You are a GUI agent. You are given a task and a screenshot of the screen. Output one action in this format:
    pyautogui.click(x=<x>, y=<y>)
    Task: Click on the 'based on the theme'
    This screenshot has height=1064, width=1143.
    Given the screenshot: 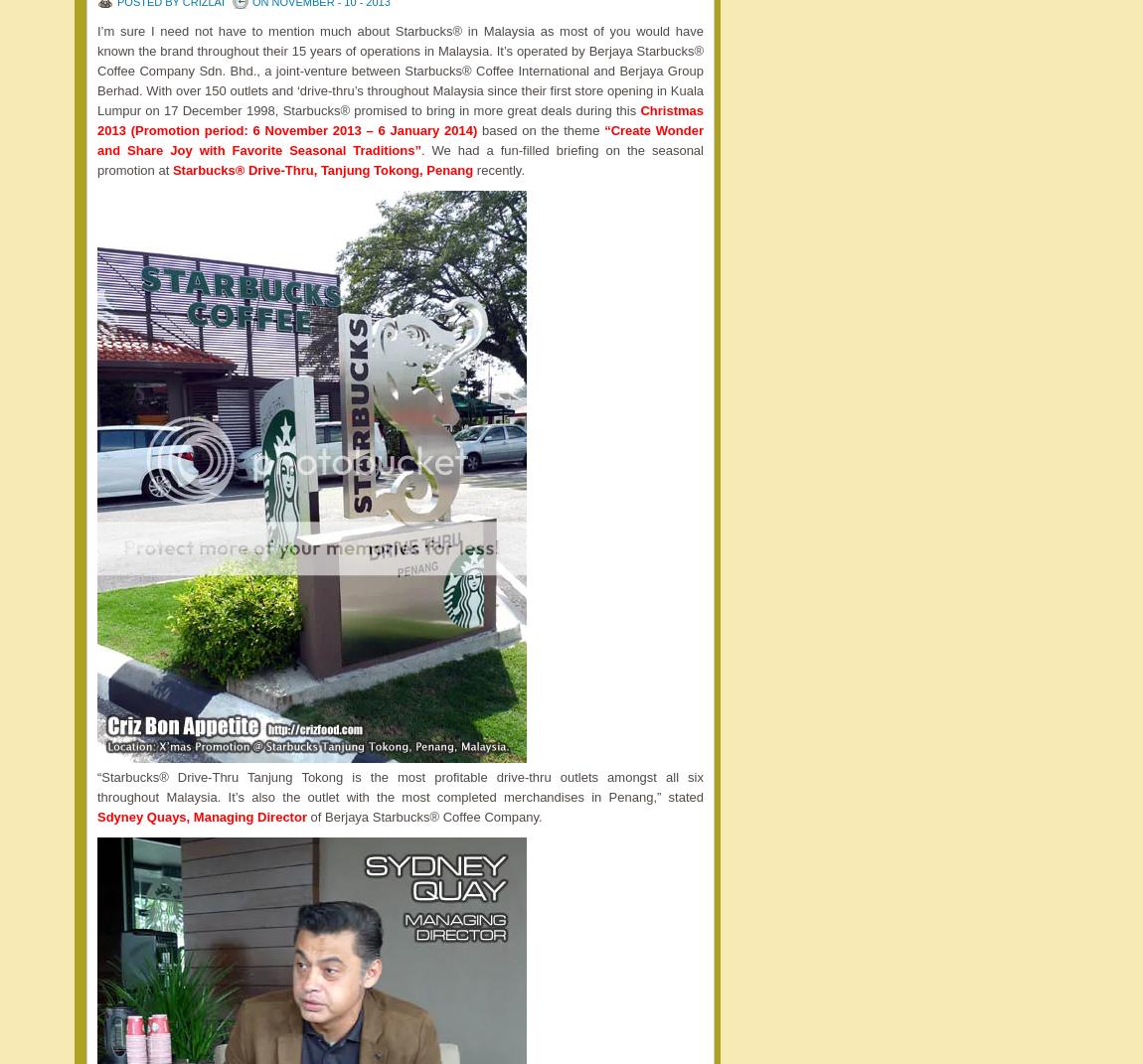 What is the action you would take?
    pyautogui.click(x=540, y=130)
    